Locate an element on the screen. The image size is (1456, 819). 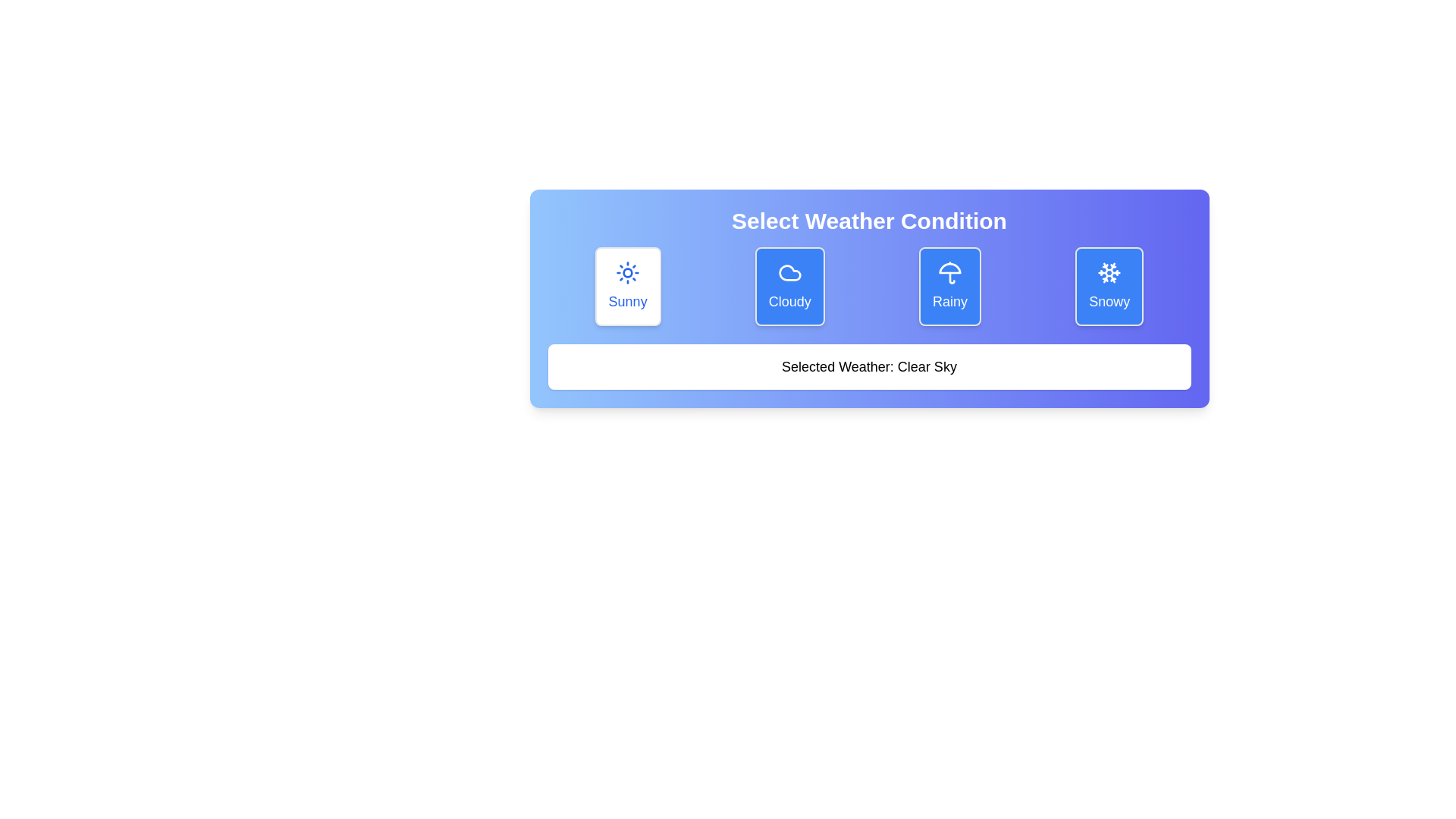
the 'Cloudy' button, which is a rectangular button with rounded corners, styled with a blue background and containing a cloud icon above the text label saying 'Cloudy' is located at coordinates (789, 287).